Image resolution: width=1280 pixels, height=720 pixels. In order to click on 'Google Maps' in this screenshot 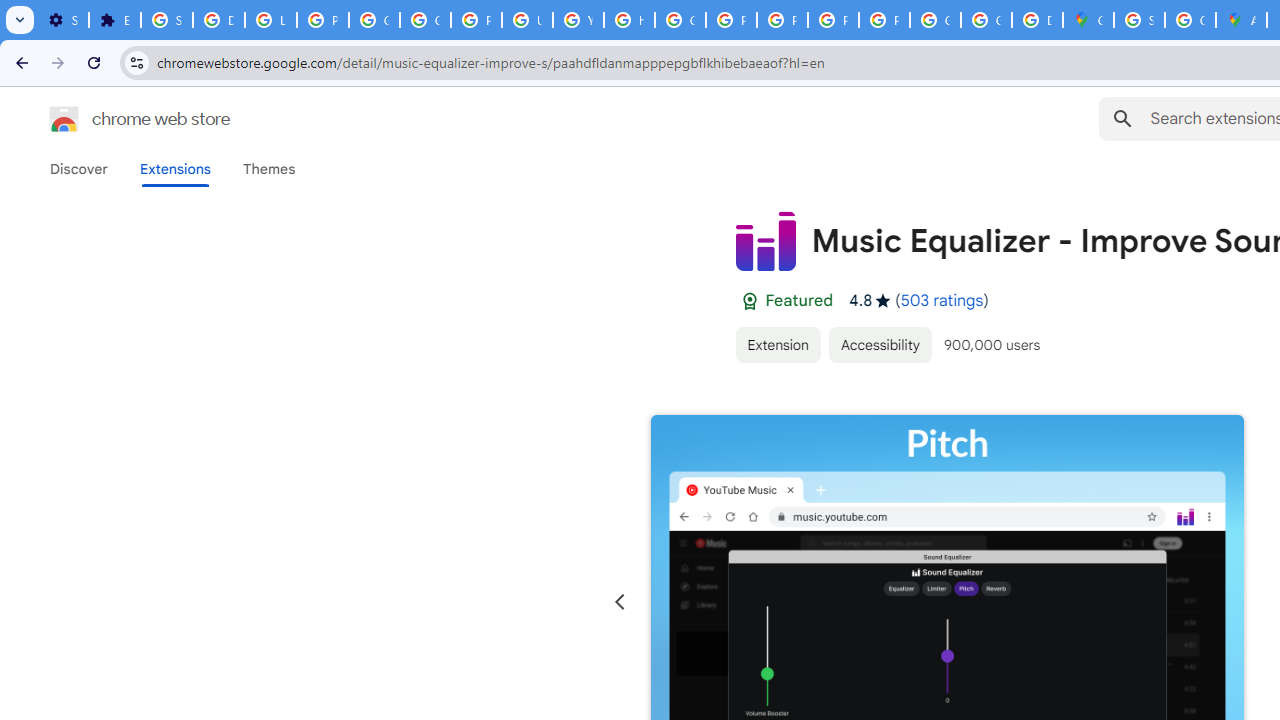, I will do `click(1087, 20)`.